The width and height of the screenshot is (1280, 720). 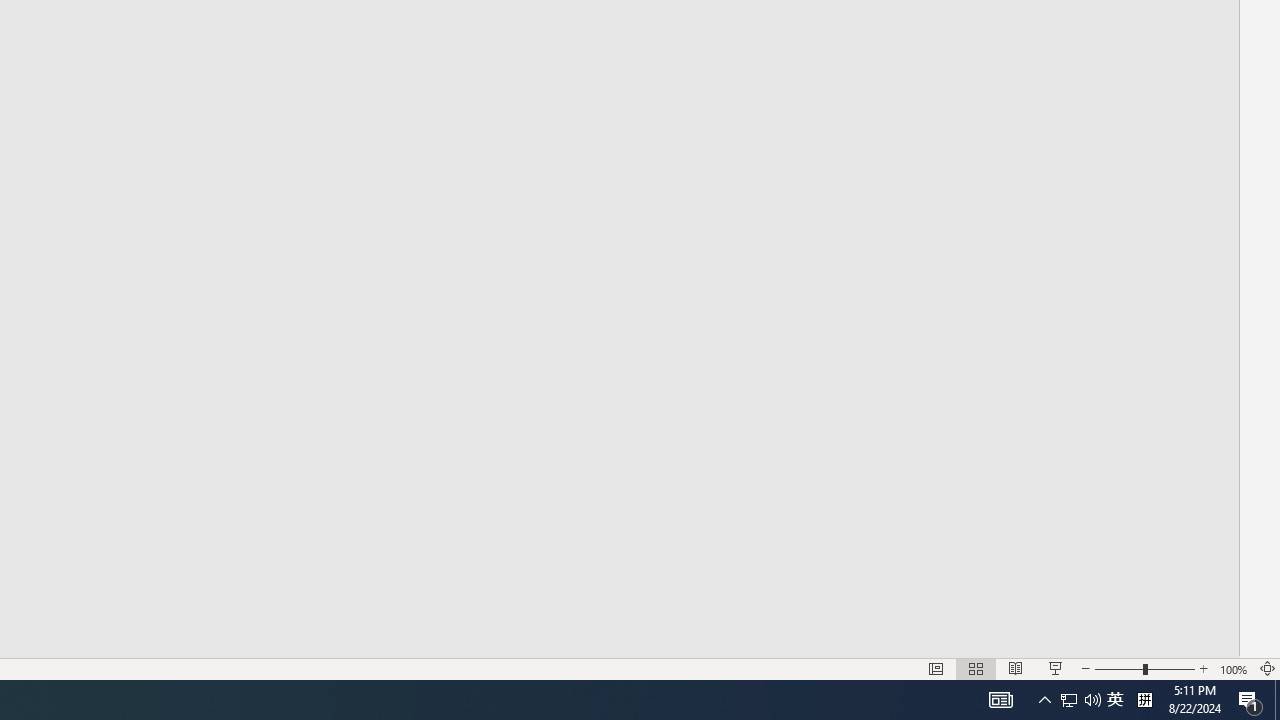 What do you see at coordinates (1233, 669) in the screenshot?
I see `'Zoom 100%'` at bounding box center [1233, 669].